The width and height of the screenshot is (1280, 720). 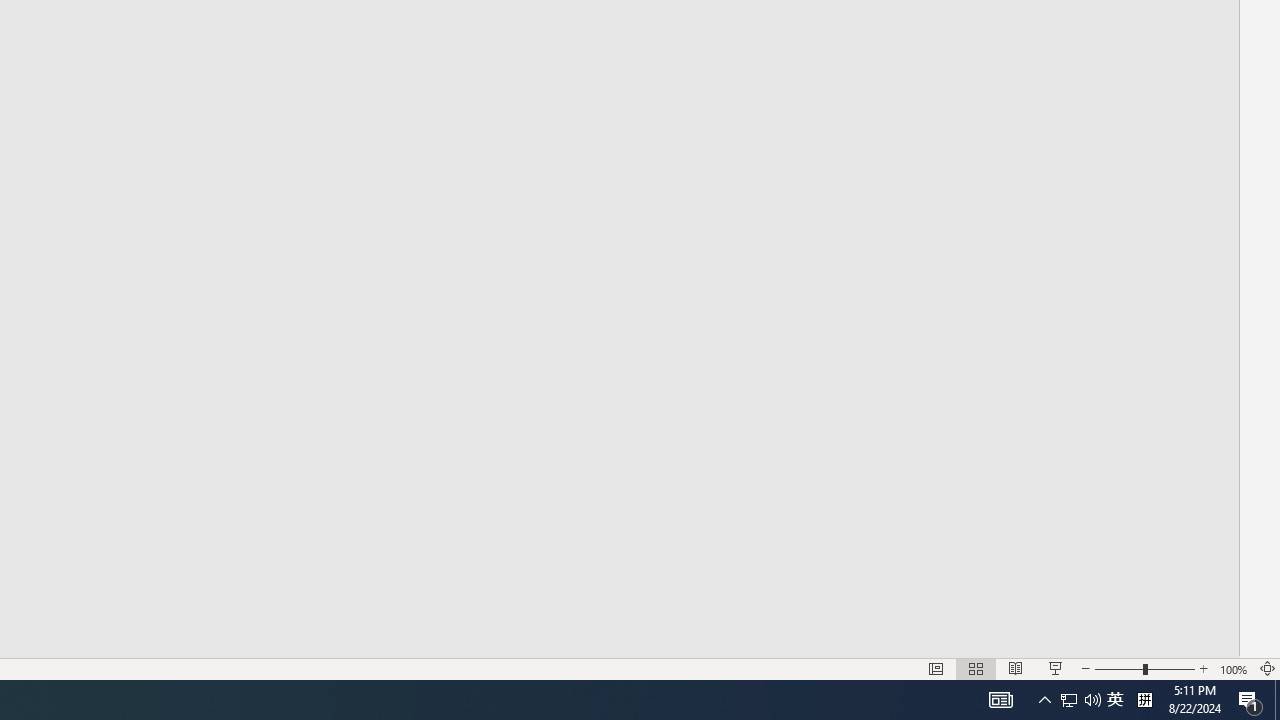 What do you see at coordinates (1233, 669) in the screenshot?
I see `'Zoom 100%'` at bounding box center [1233, 669].